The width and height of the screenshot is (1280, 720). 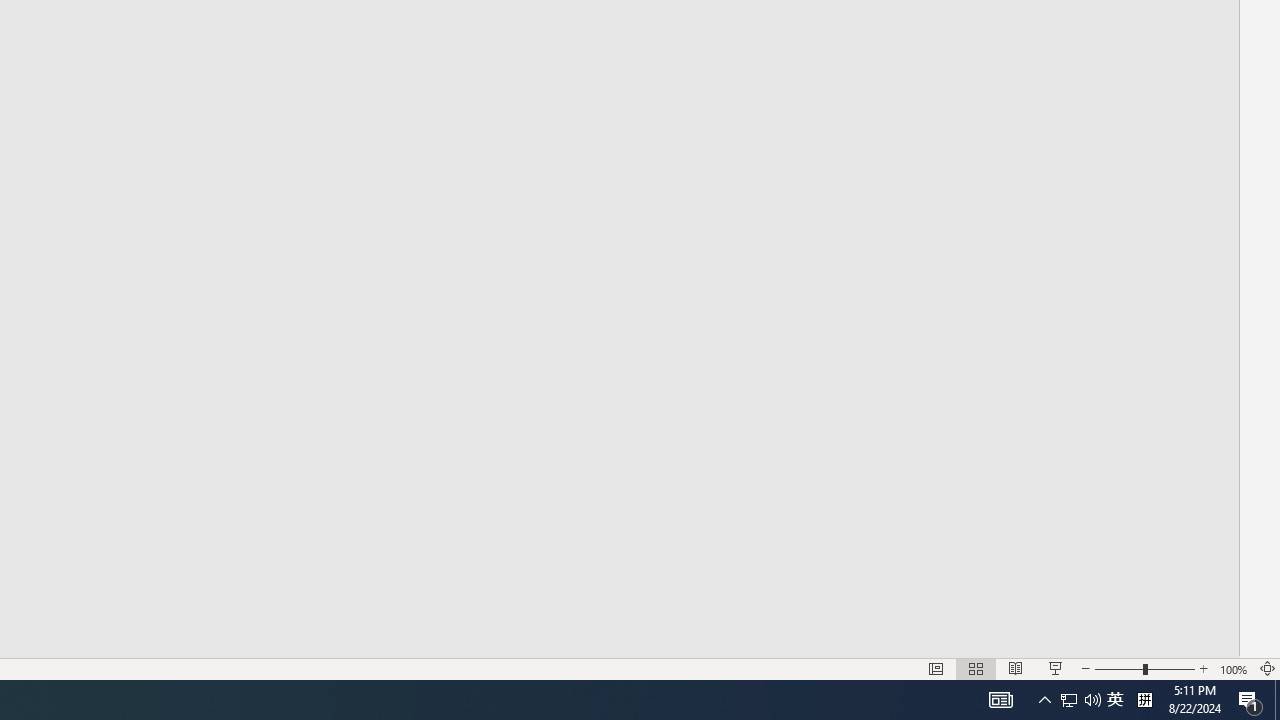 What do you see at coordinates (1233, 669) in the screenshot?
I see `'Zoom 100%'` at bounding box center [1233, 669].